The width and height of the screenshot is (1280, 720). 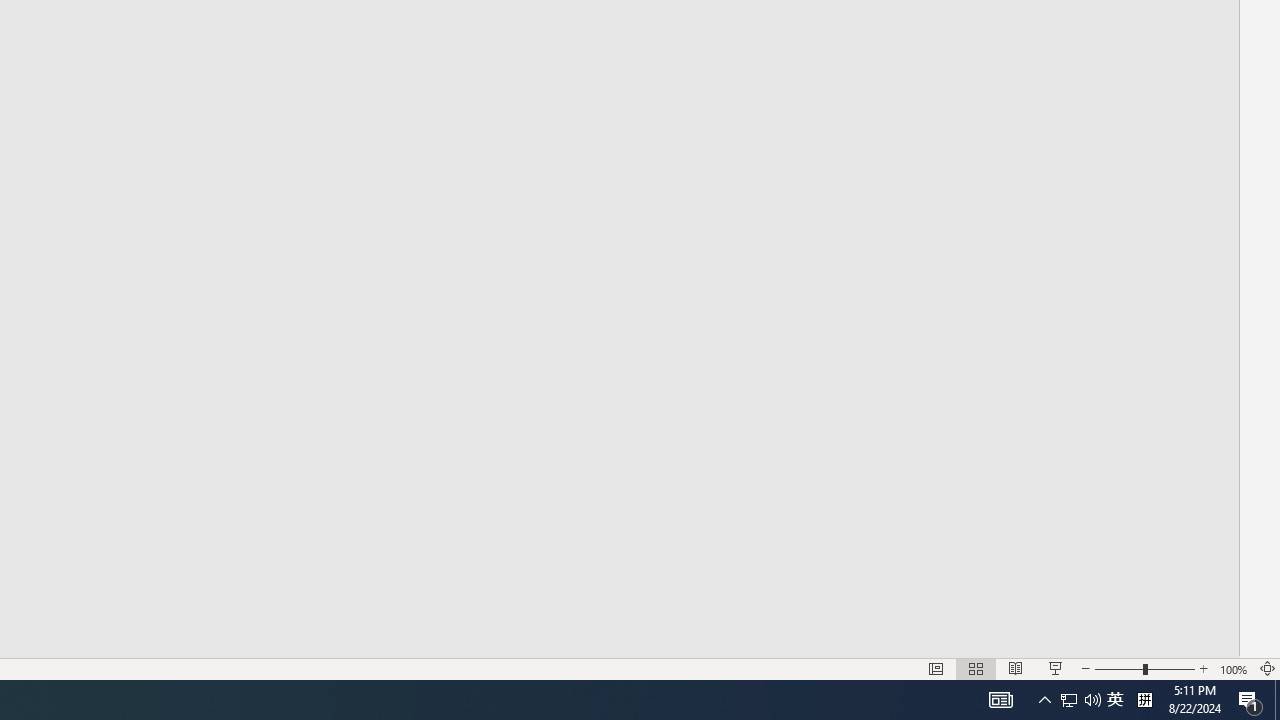 What do you see at coordinates (1233, 669) in the screenshot?
I see `'Zoom 100%'` at bounding box center [1233, 669].